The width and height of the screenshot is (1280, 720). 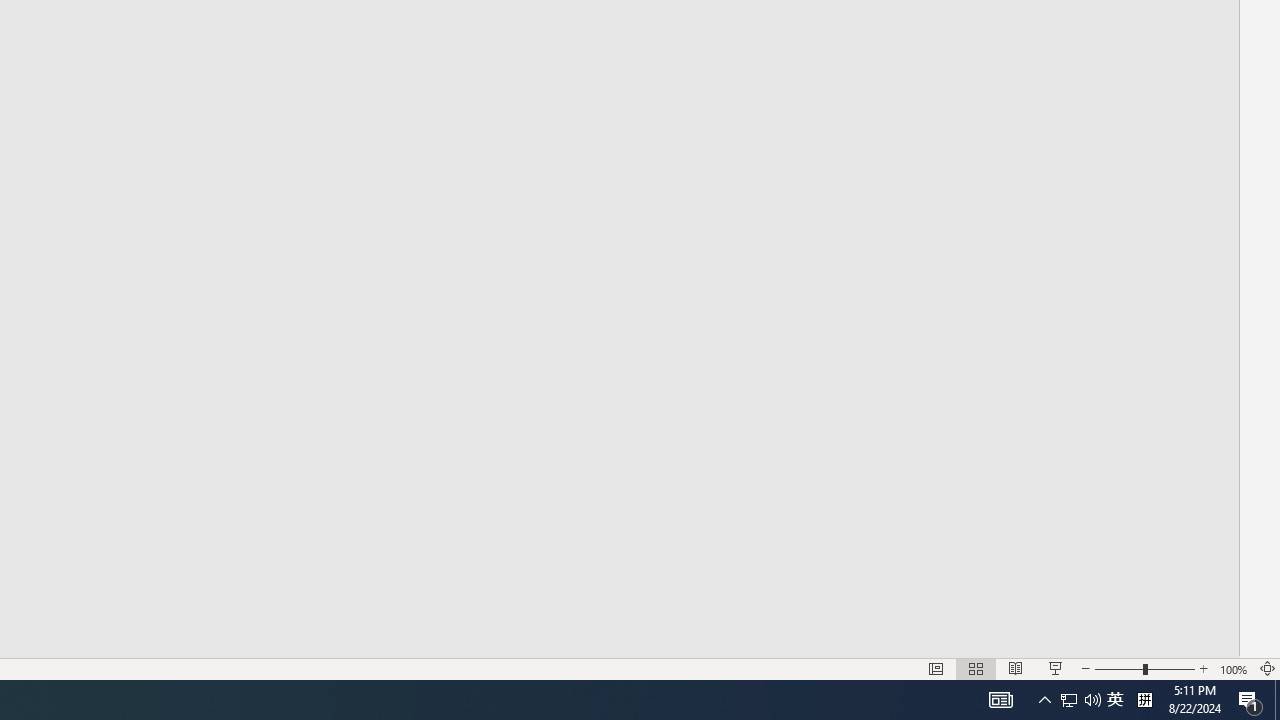 What do you see at coordinates (1233, 669) in the screenshot?
I see `'Zoom 100%'` at bounding box center [1233, 669].